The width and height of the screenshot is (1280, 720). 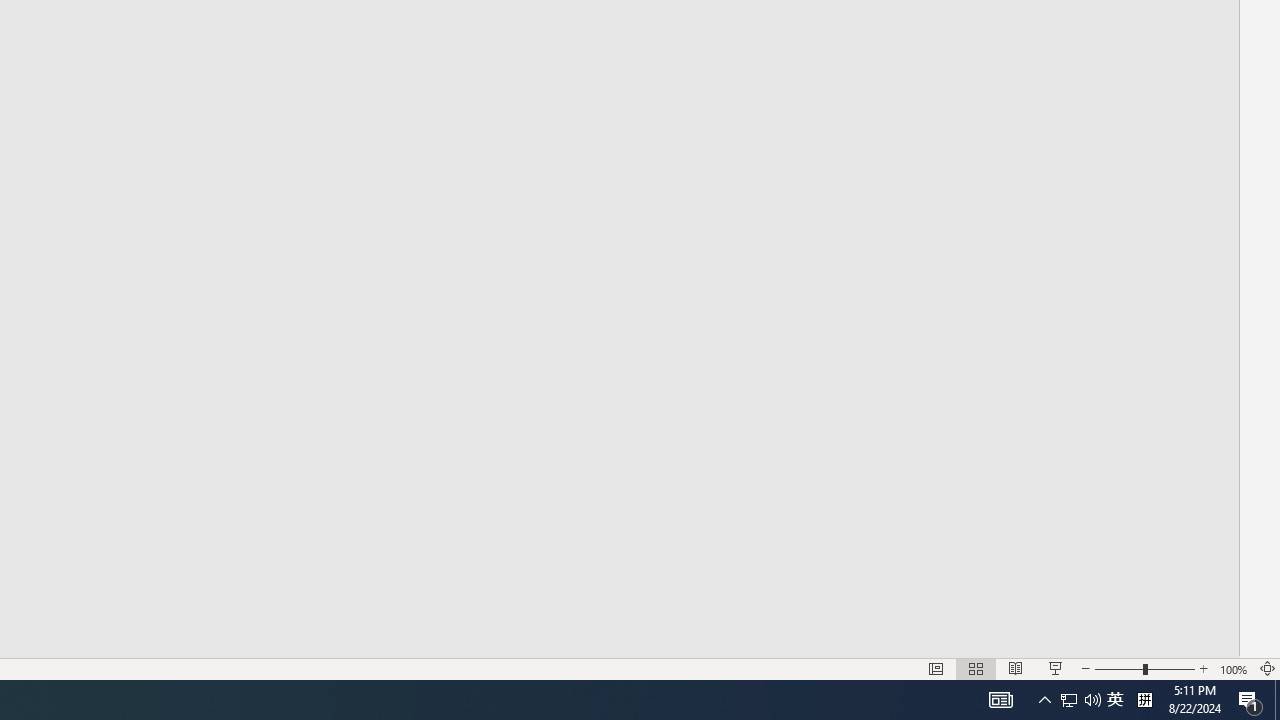 What do you see at coordinates (1233, 669) in the screenshot?
I see `'Zoom 100%'` at bounding box center [1233, 669].